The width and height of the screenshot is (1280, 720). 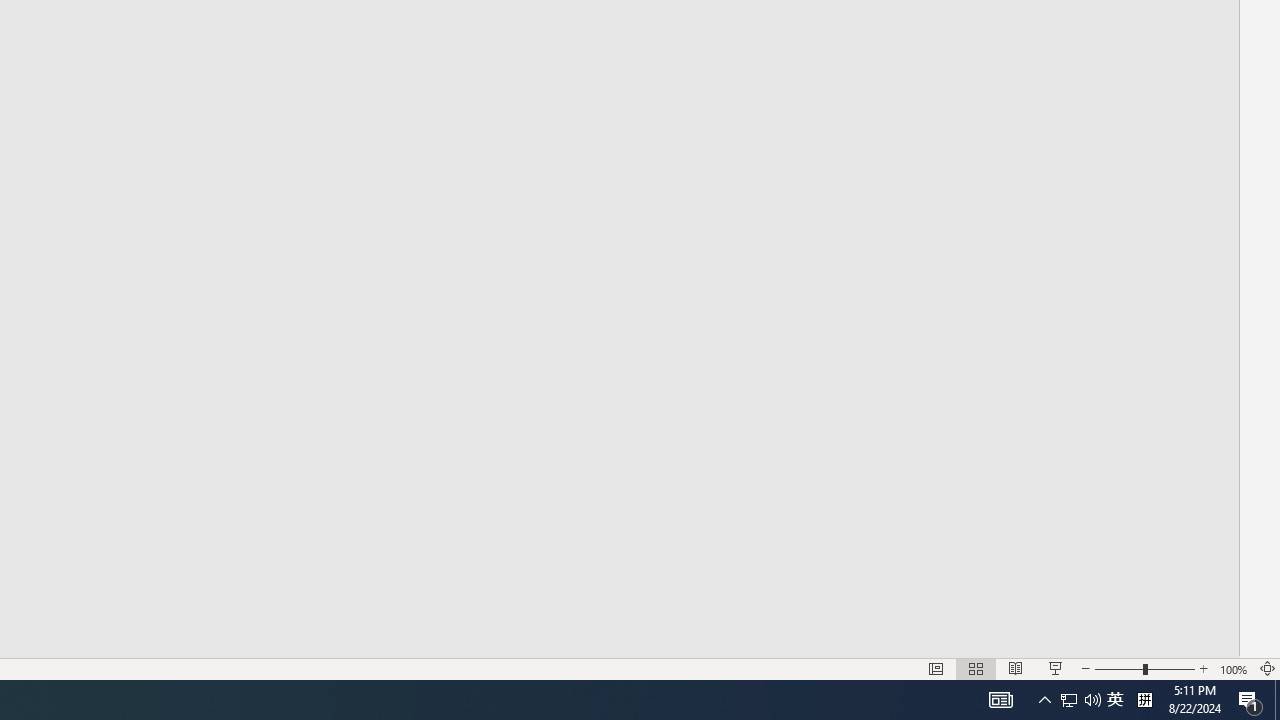 What do you see at coordinates (1233, 669) in the screenshot?
I see `'Zoom 100%'` at bounding box center [1233, 669].